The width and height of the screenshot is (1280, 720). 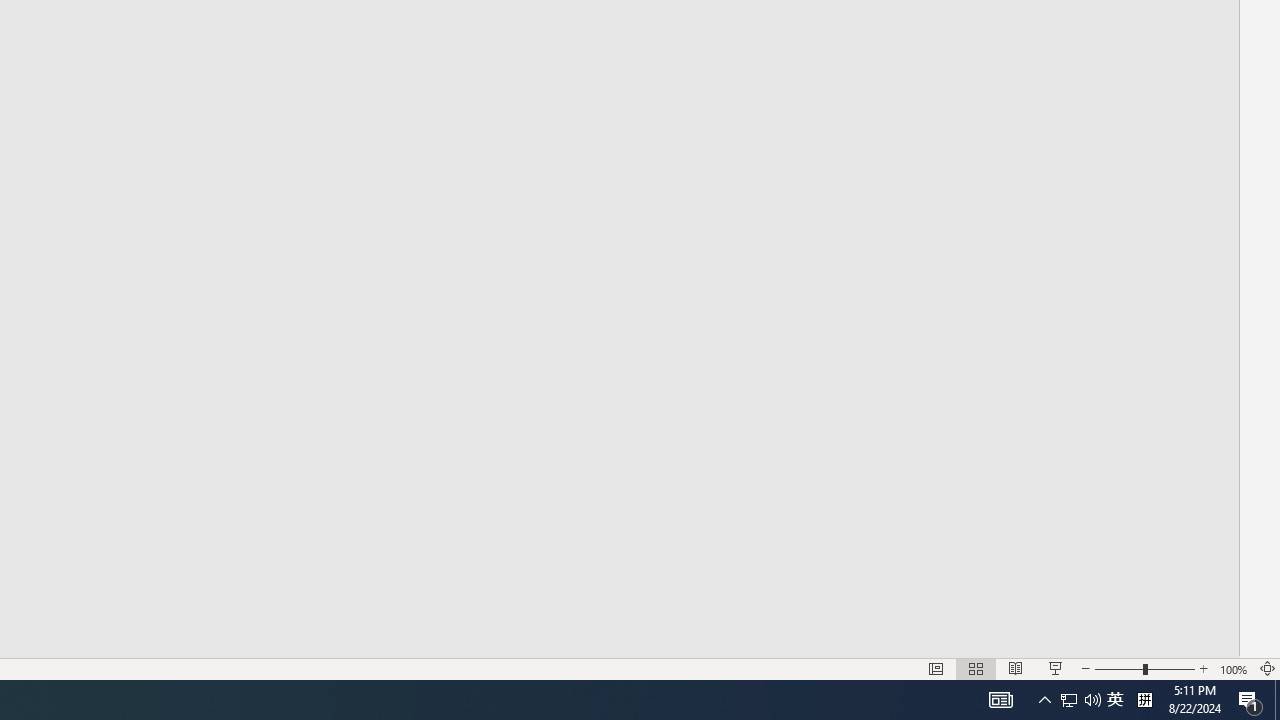 What do you see at coordinates (1233, 669) in the screenshot?
I see `'Zoom 100%'` at bounding box center [1233, 669].